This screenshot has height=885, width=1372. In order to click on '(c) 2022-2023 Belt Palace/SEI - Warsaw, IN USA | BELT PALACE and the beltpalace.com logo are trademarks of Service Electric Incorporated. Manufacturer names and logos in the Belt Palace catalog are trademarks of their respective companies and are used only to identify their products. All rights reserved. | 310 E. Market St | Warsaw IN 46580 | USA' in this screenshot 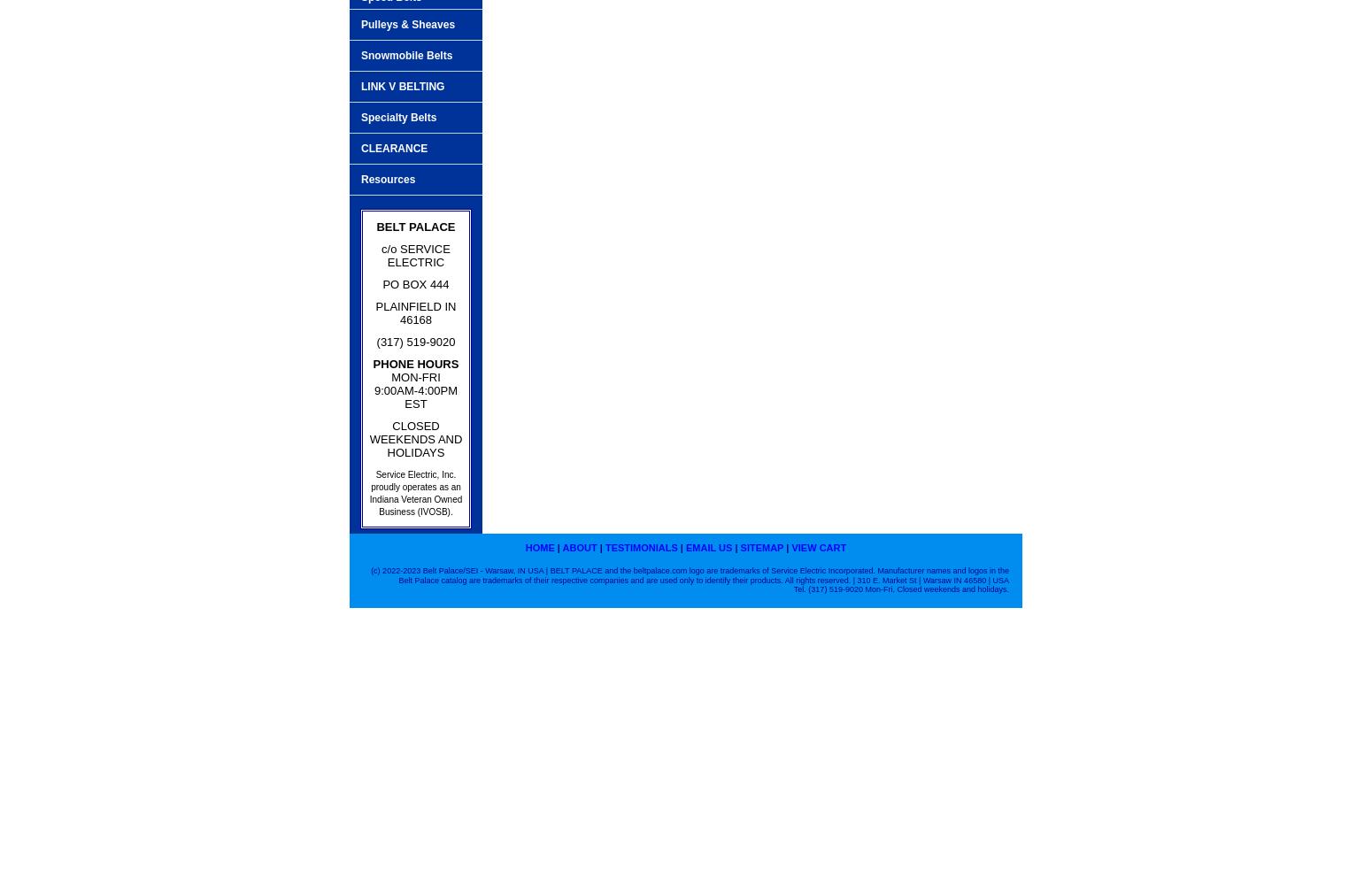, I will do `click(689, 574)`.